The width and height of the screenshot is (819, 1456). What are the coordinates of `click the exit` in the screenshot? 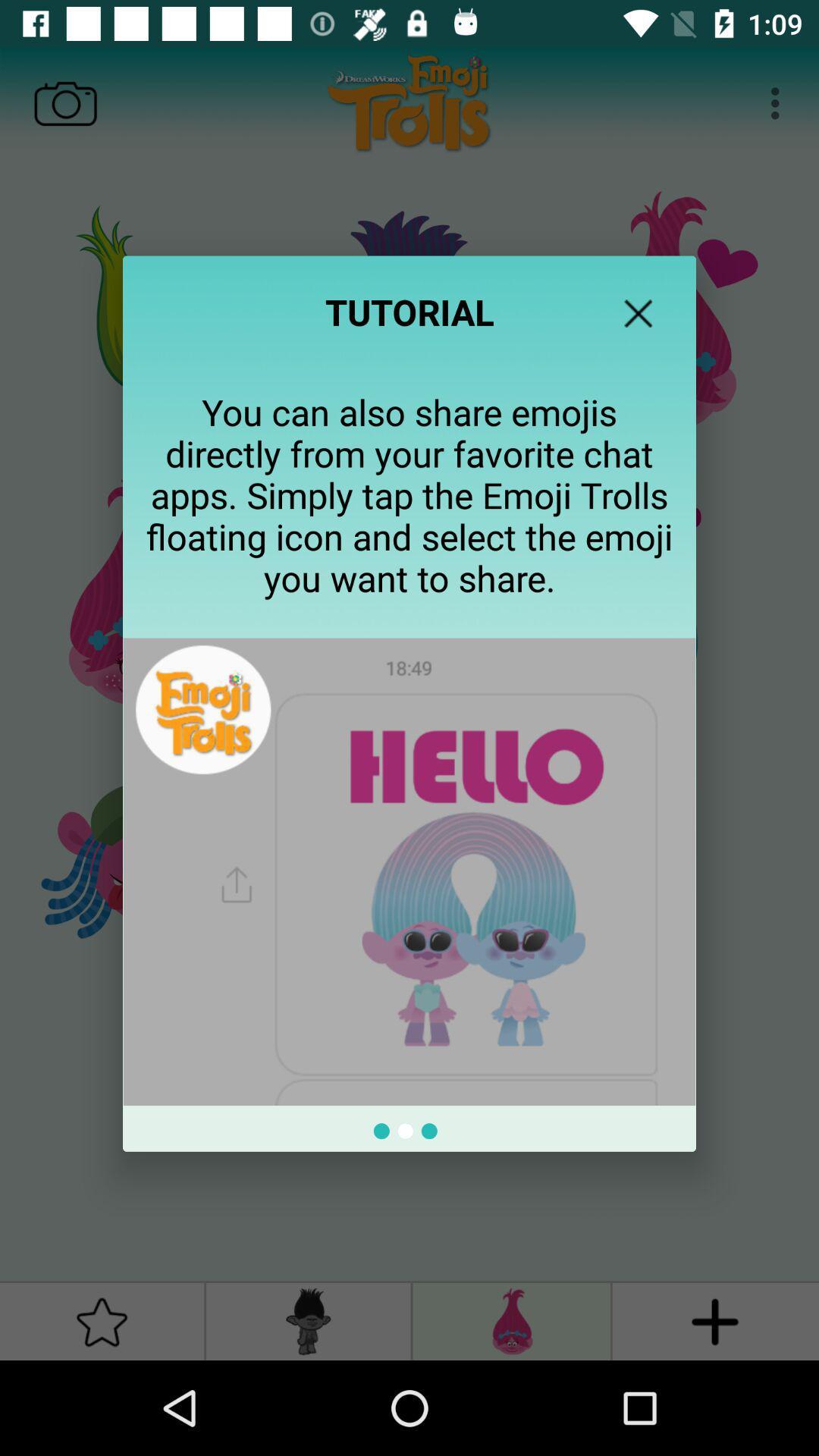 It's located at (638, 312).